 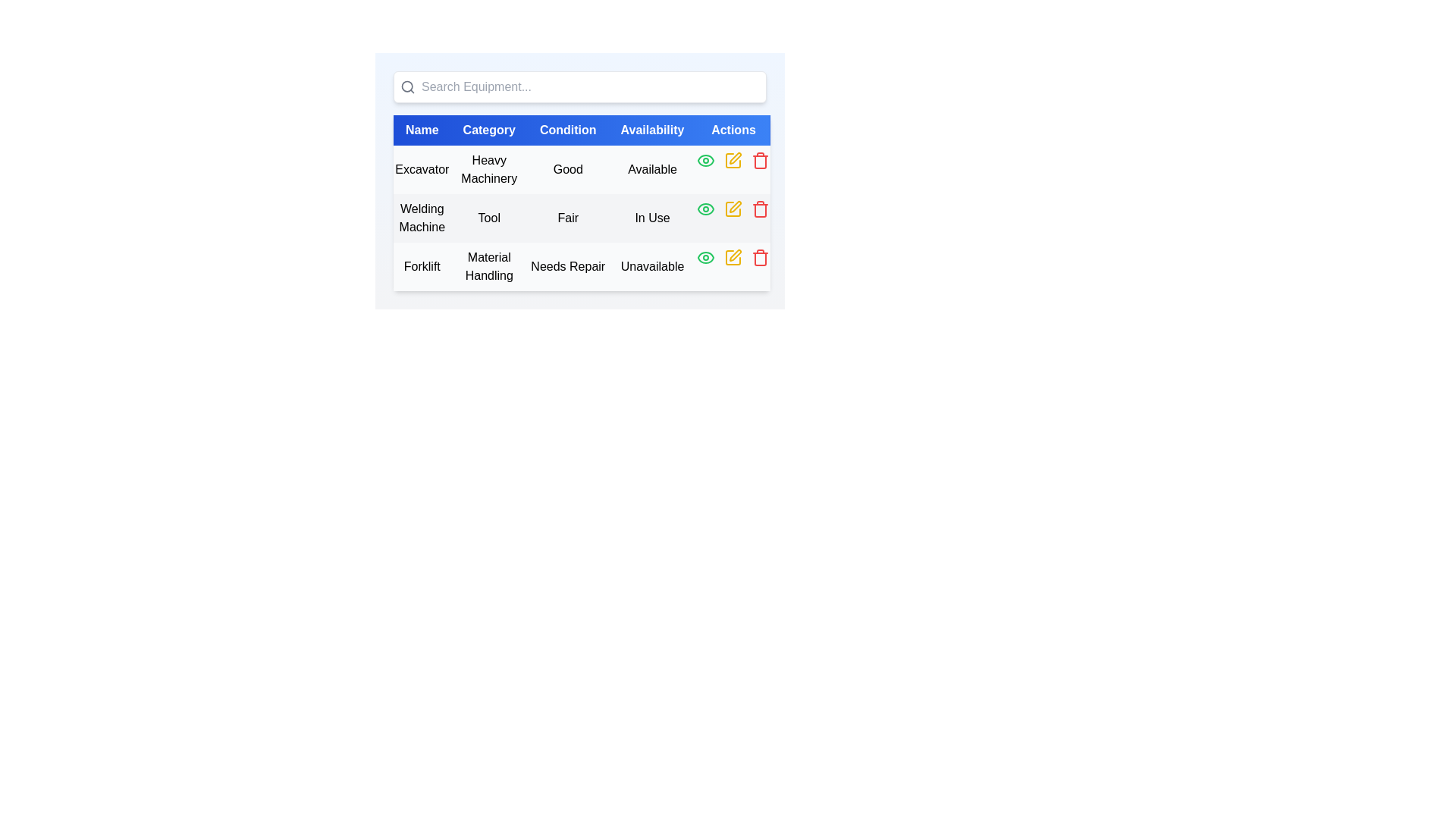 What do you see at coordinates (733, 209) in the screenshot?
I see `the yellow square-shaped edit icon with a pen symbol in the Actions column of the Welding Machine row to initiate editing for the Welding Machine entry` at bounding box center [733, 209].